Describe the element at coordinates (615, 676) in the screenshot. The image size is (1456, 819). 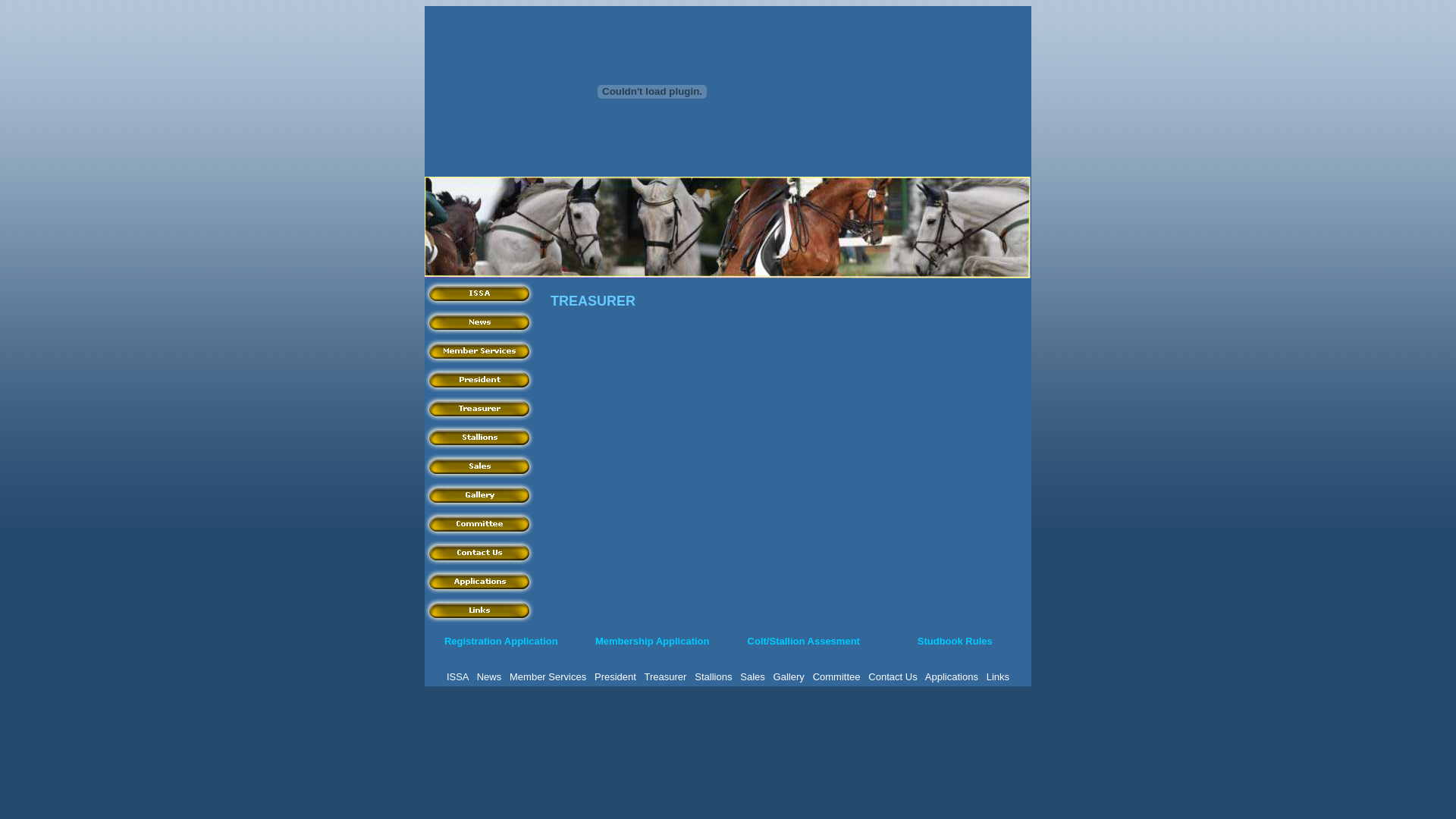
I see `'President'` at that location.